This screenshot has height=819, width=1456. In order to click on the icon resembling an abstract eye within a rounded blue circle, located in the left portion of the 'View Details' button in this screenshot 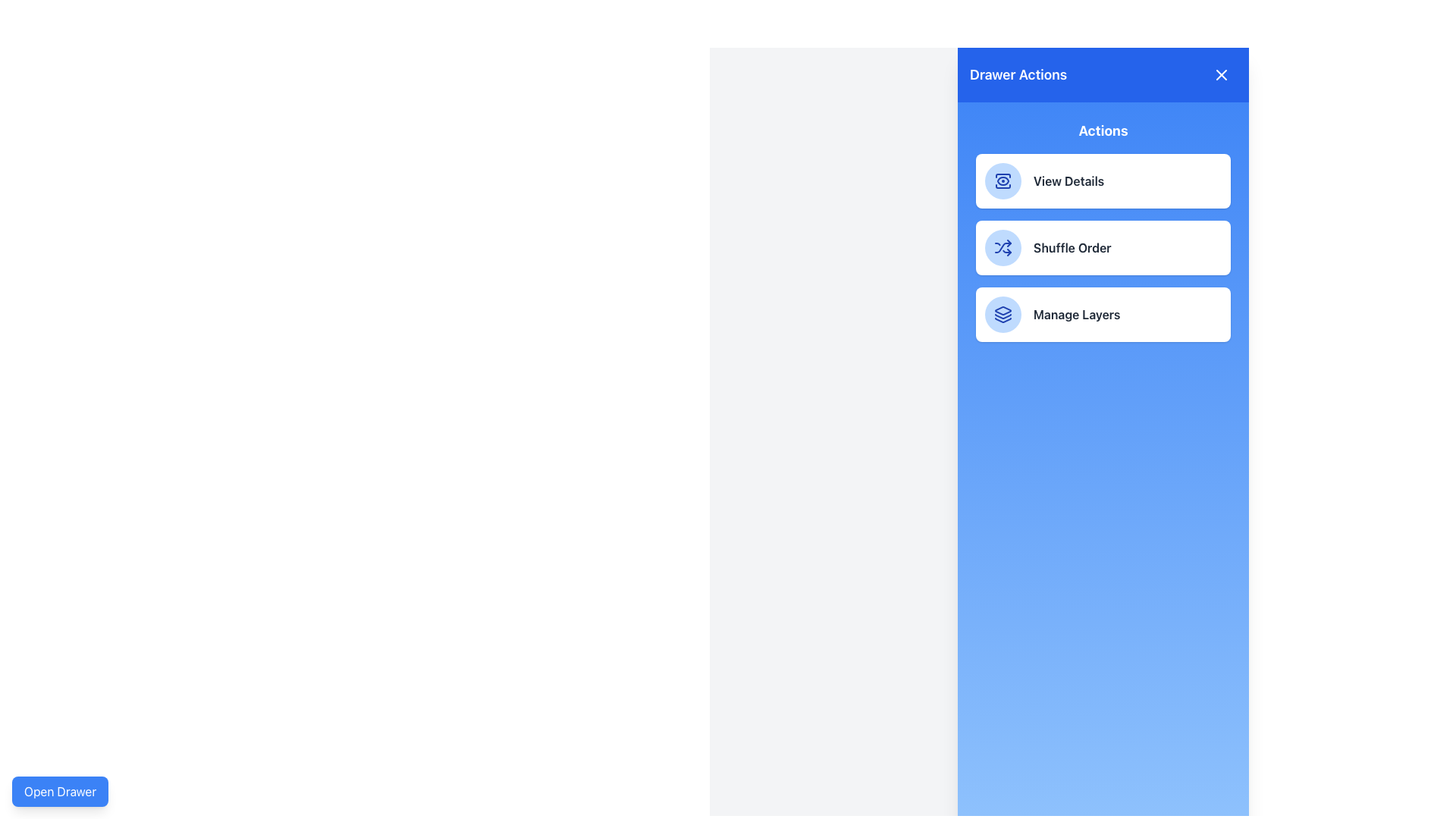, I will do `click(1003, 180)`.